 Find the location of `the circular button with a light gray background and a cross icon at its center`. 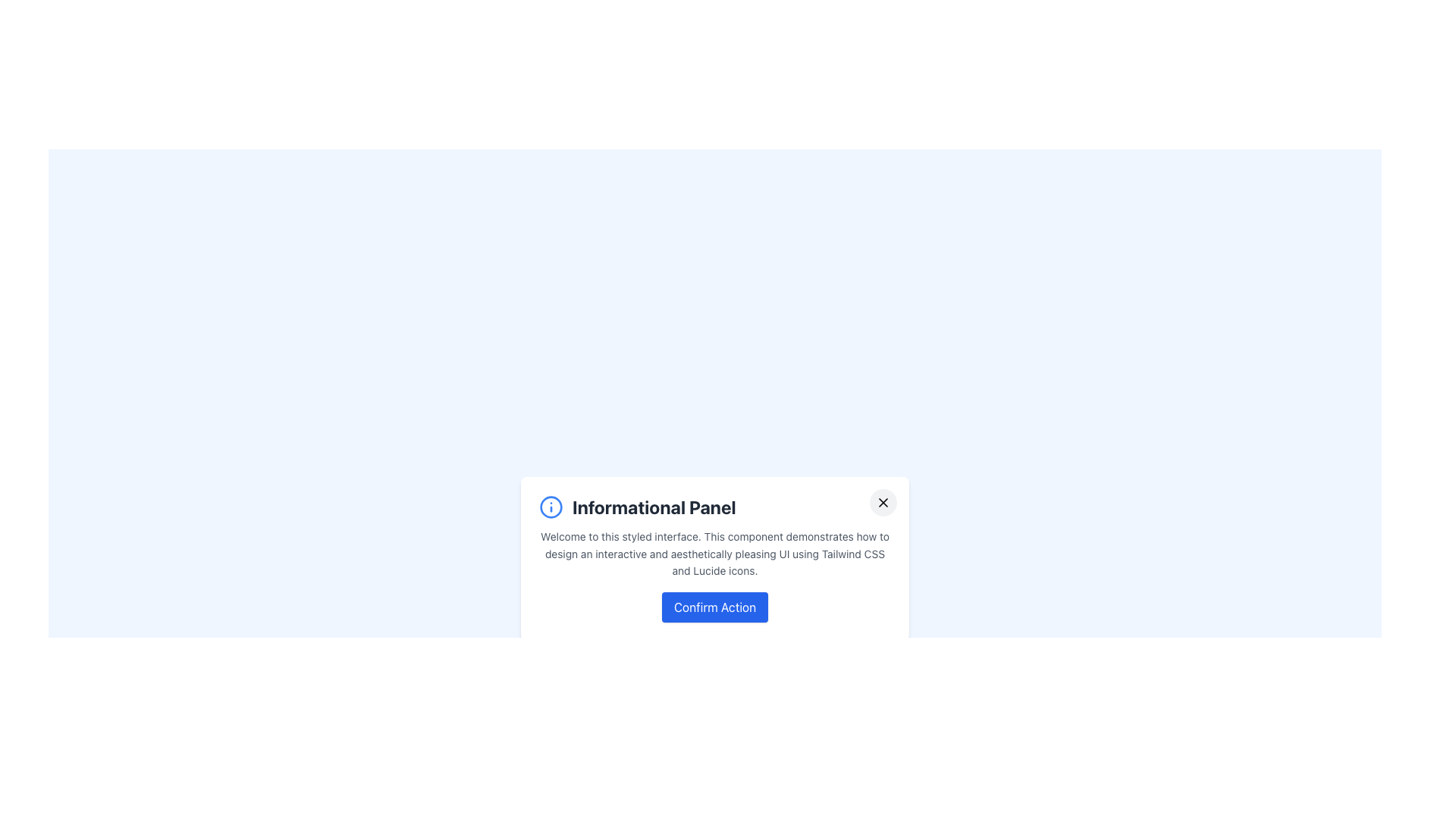

the circular button with a light gray background and a cross icon at its center is located at coordinates (883, 502).